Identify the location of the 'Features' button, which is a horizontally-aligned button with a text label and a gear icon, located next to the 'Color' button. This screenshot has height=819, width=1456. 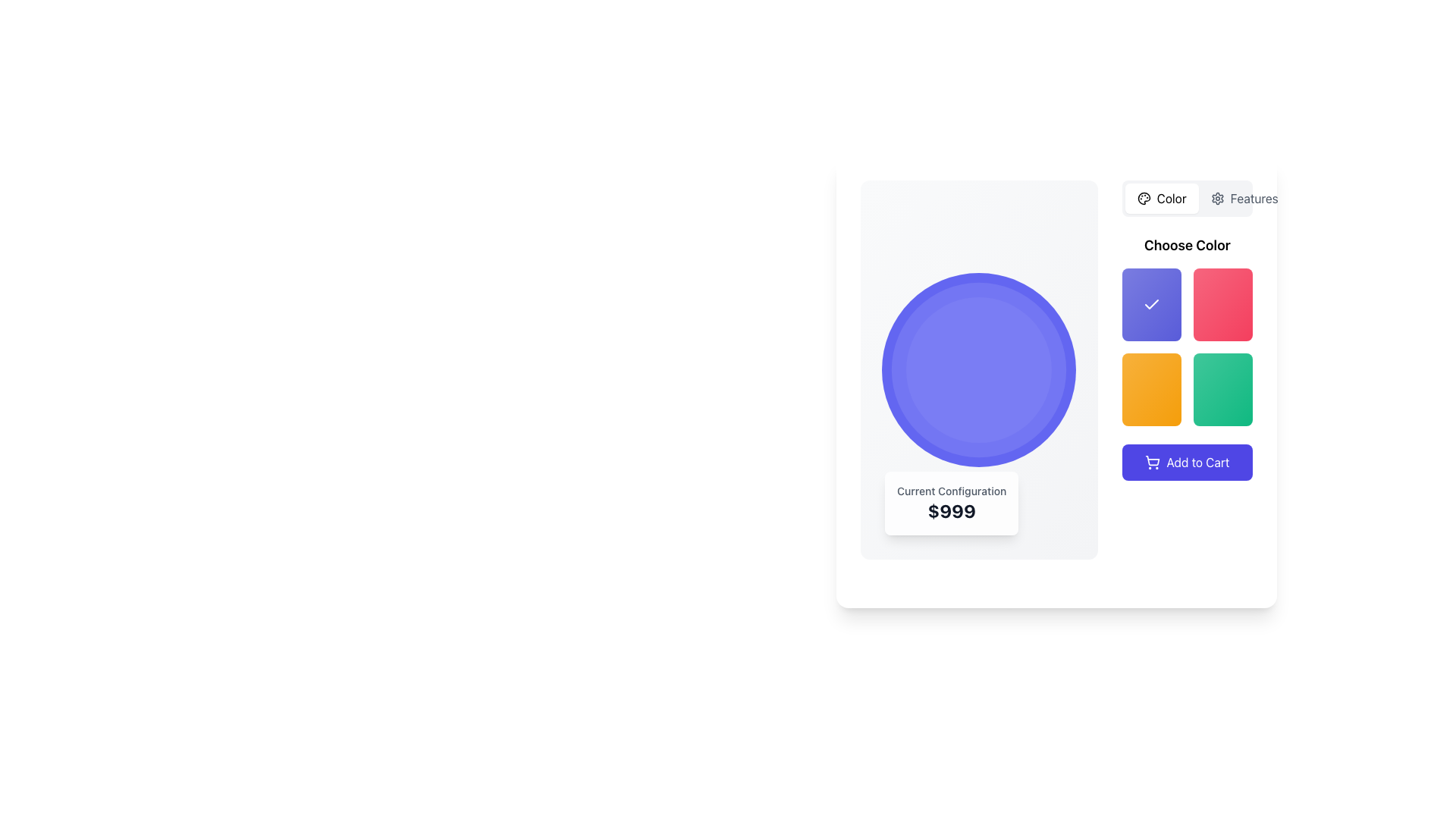
(1244, 198).